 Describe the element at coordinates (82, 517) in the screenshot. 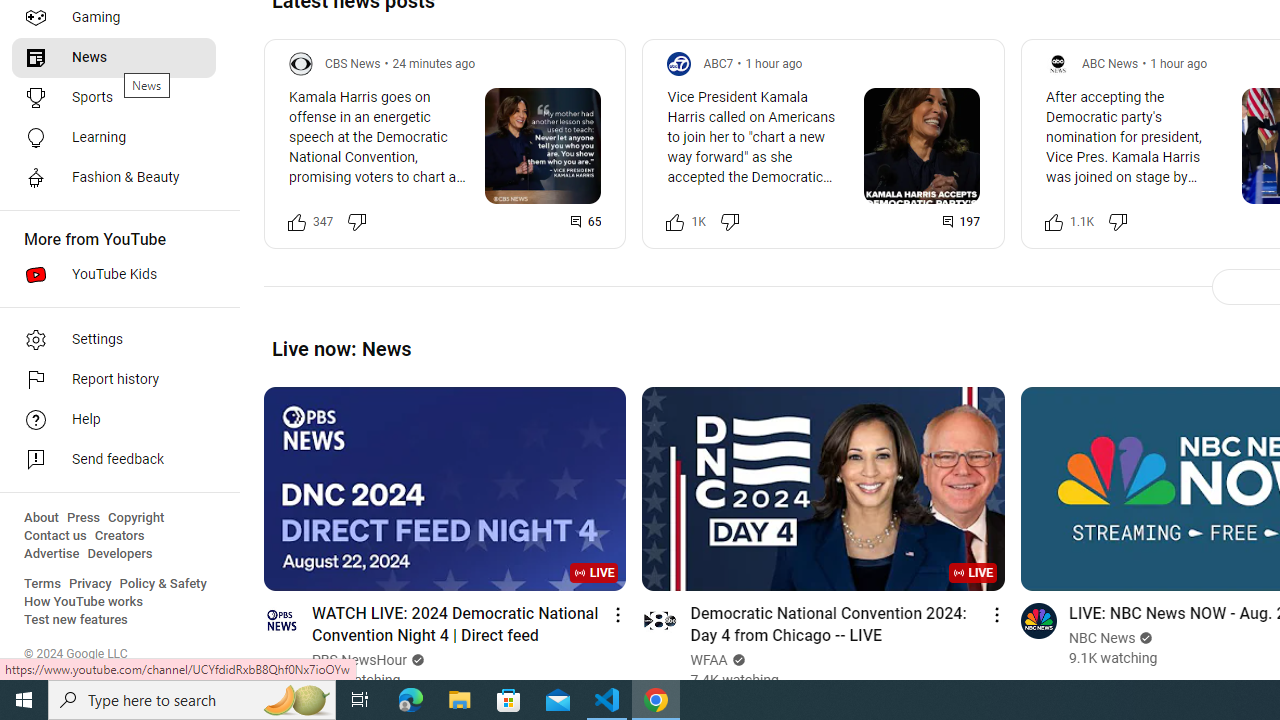

I see `'Press'` at that location.